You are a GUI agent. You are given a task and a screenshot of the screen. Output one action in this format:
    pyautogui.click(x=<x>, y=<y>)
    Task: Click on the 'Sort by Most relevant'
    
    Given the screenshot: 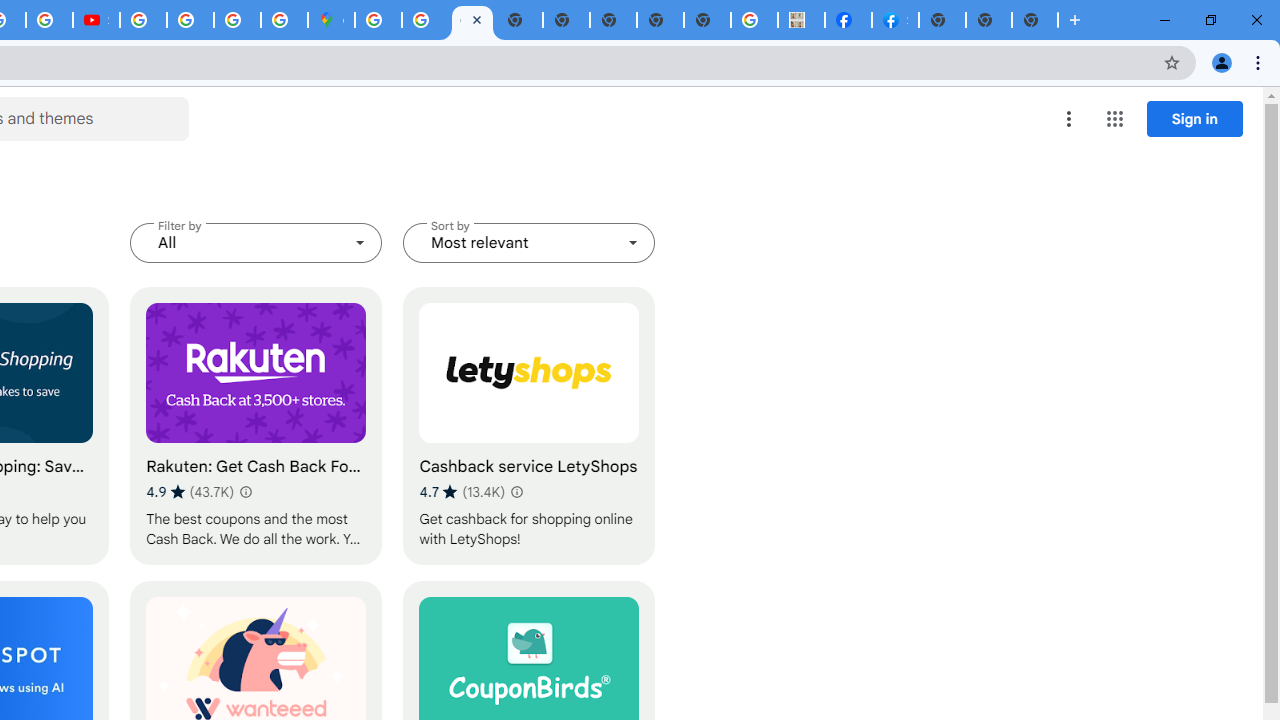 What is the action you would take?
    pyautogui.click(x=529, y=242)
    